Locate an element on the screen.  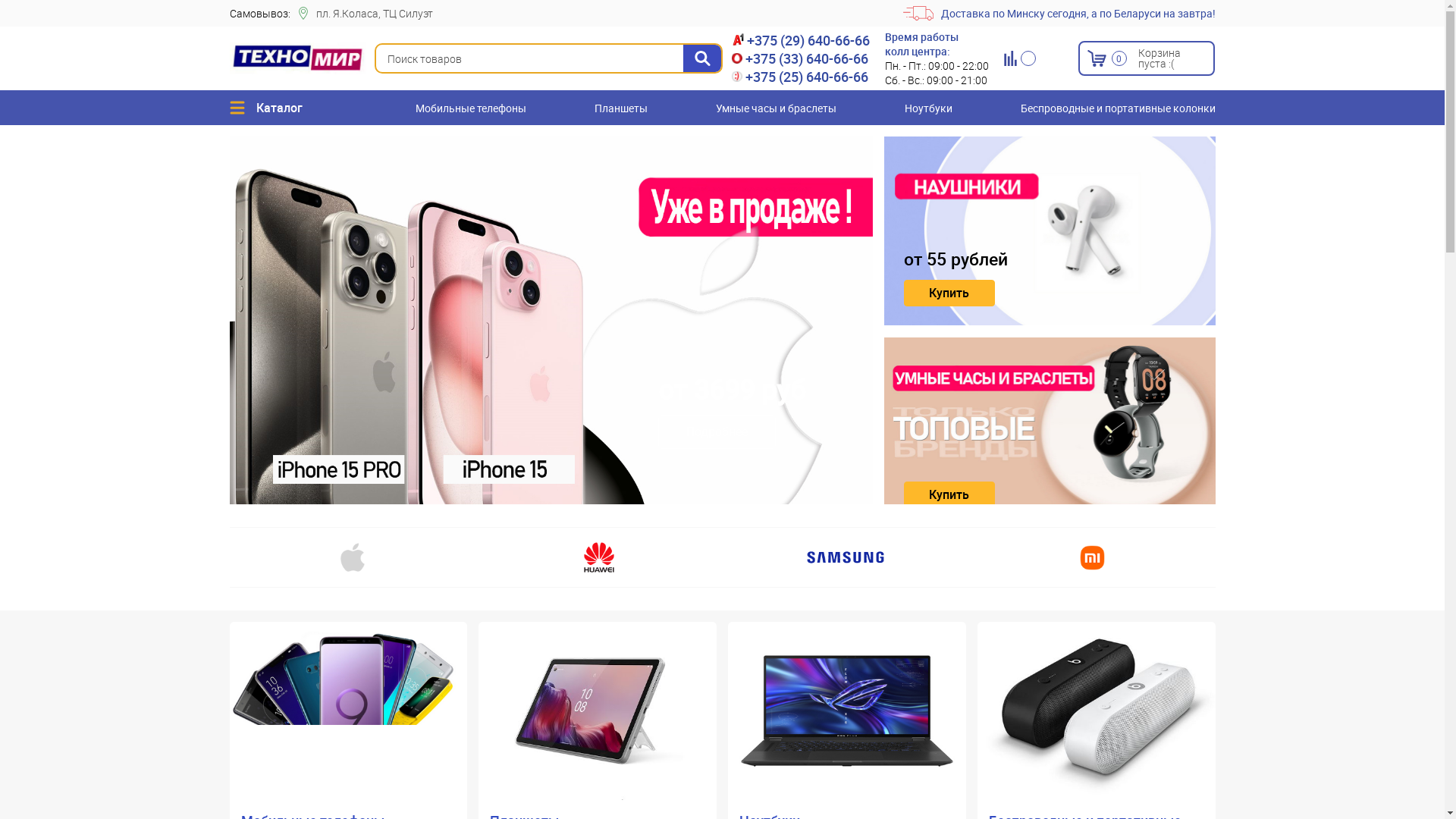
'+375 (25) 640-66-66' is located at coordinates (800, 76).